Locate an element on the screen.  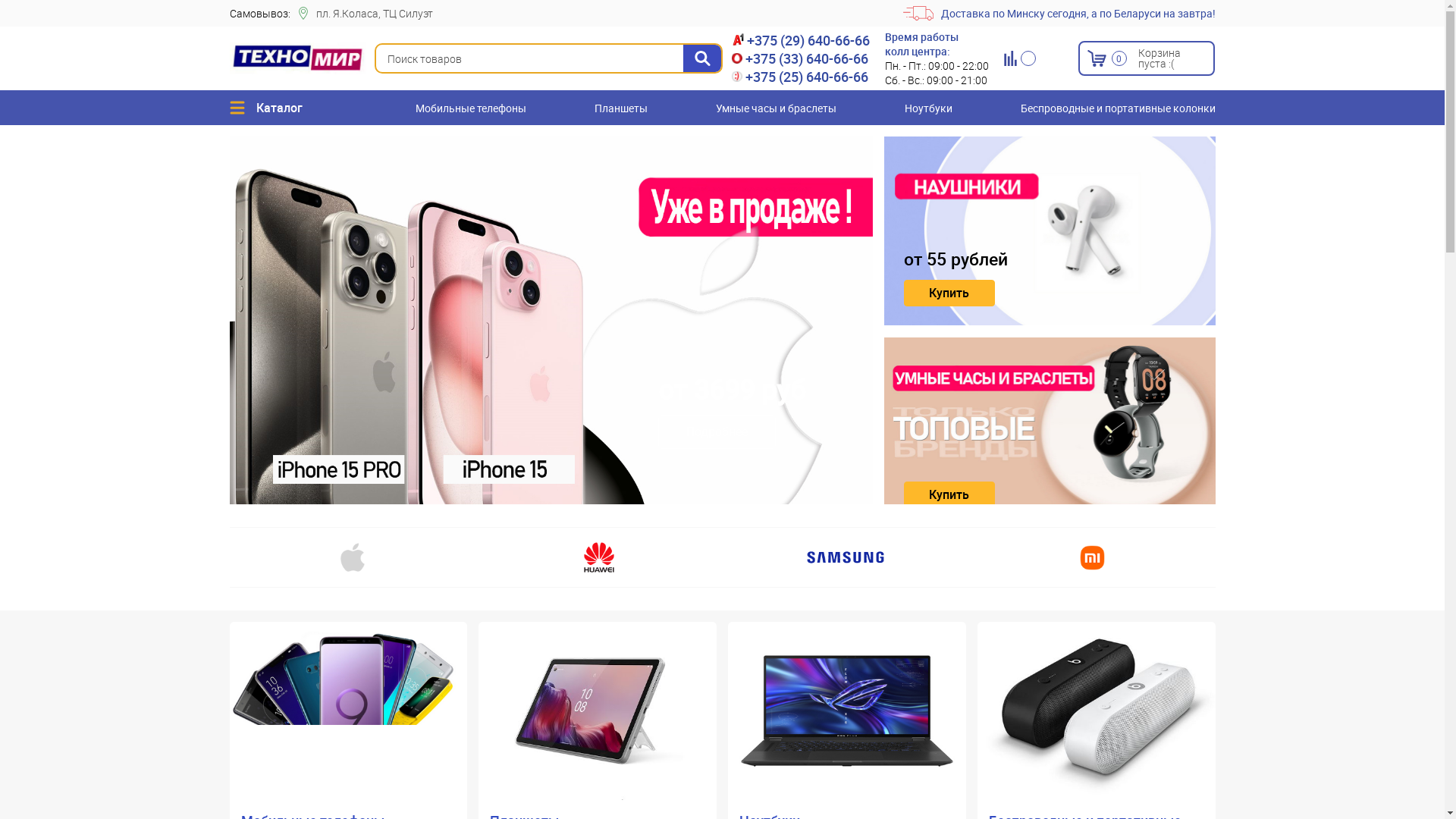
'+375 (25) 640-66-66' is located at coordinates (800, 76).